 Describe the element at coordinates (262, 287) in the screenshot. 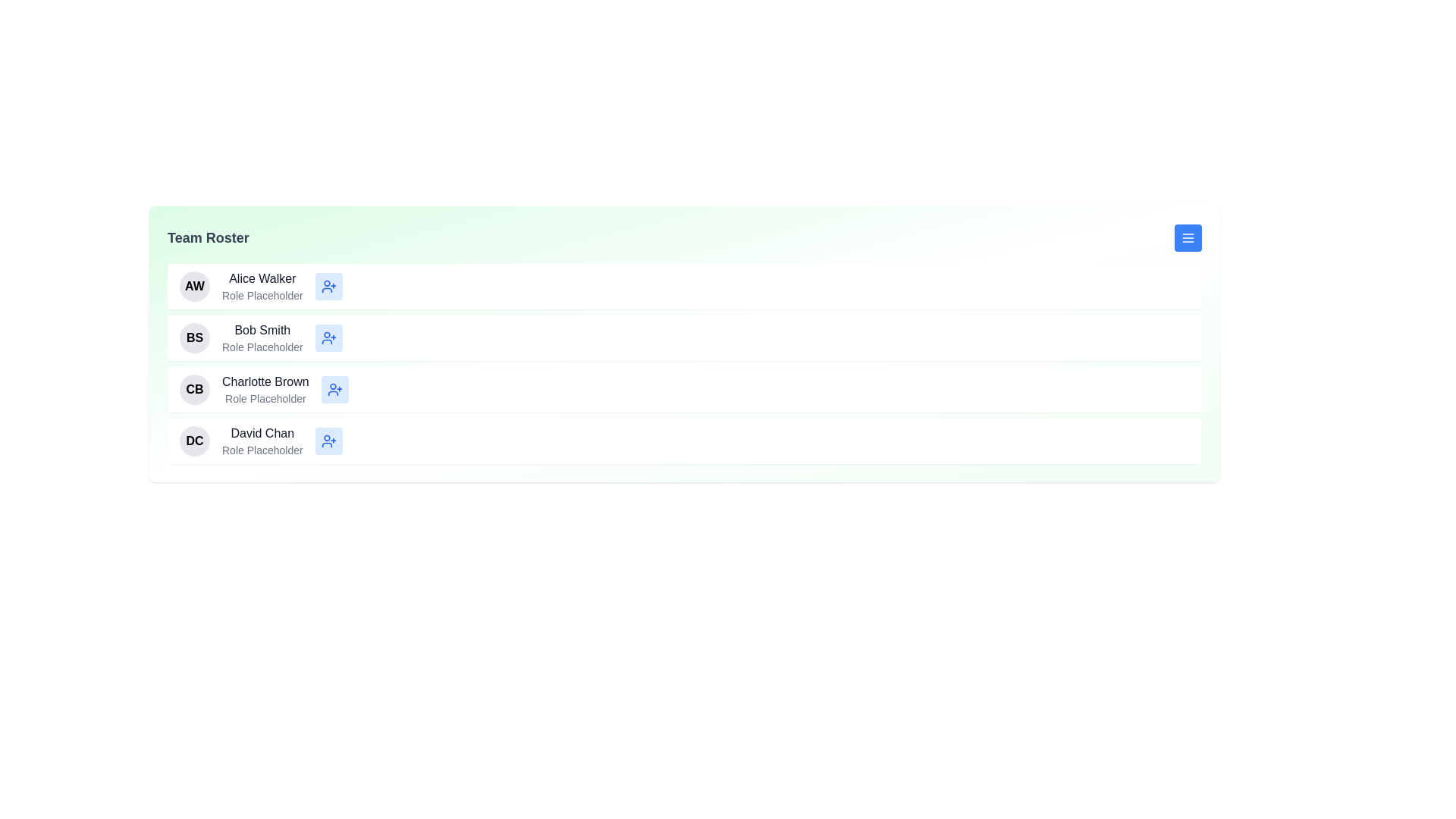

I see `the text block containing 'Alice Walker' and 'Role Placeholder', which is aligned vertically and located between a circular avatar labeled 'AW' and a button with a person and a plus sign` at that location.